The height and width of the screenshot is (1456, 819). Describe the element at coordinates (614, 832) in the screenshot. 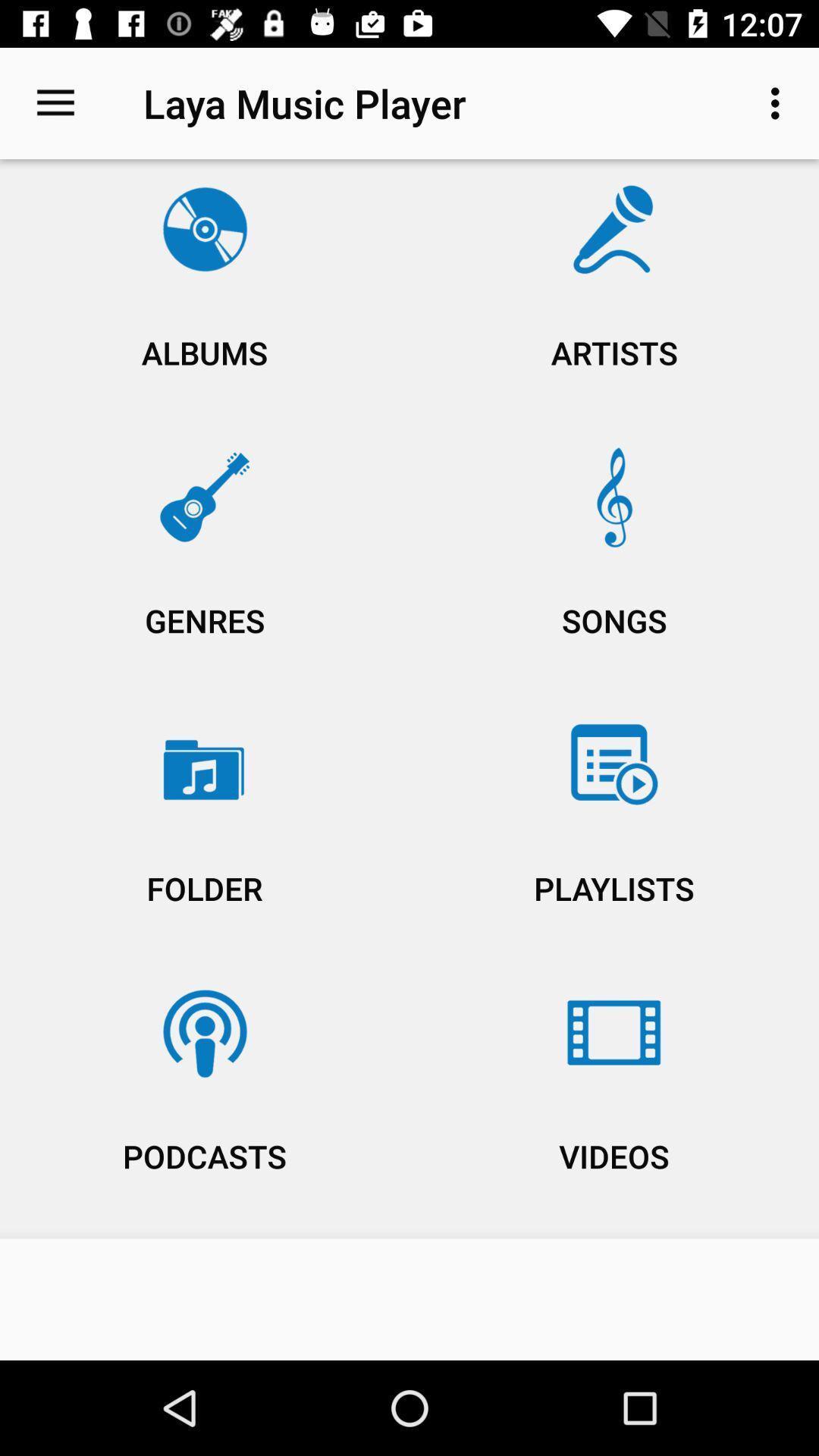

I see `the item below genres item` at that location.